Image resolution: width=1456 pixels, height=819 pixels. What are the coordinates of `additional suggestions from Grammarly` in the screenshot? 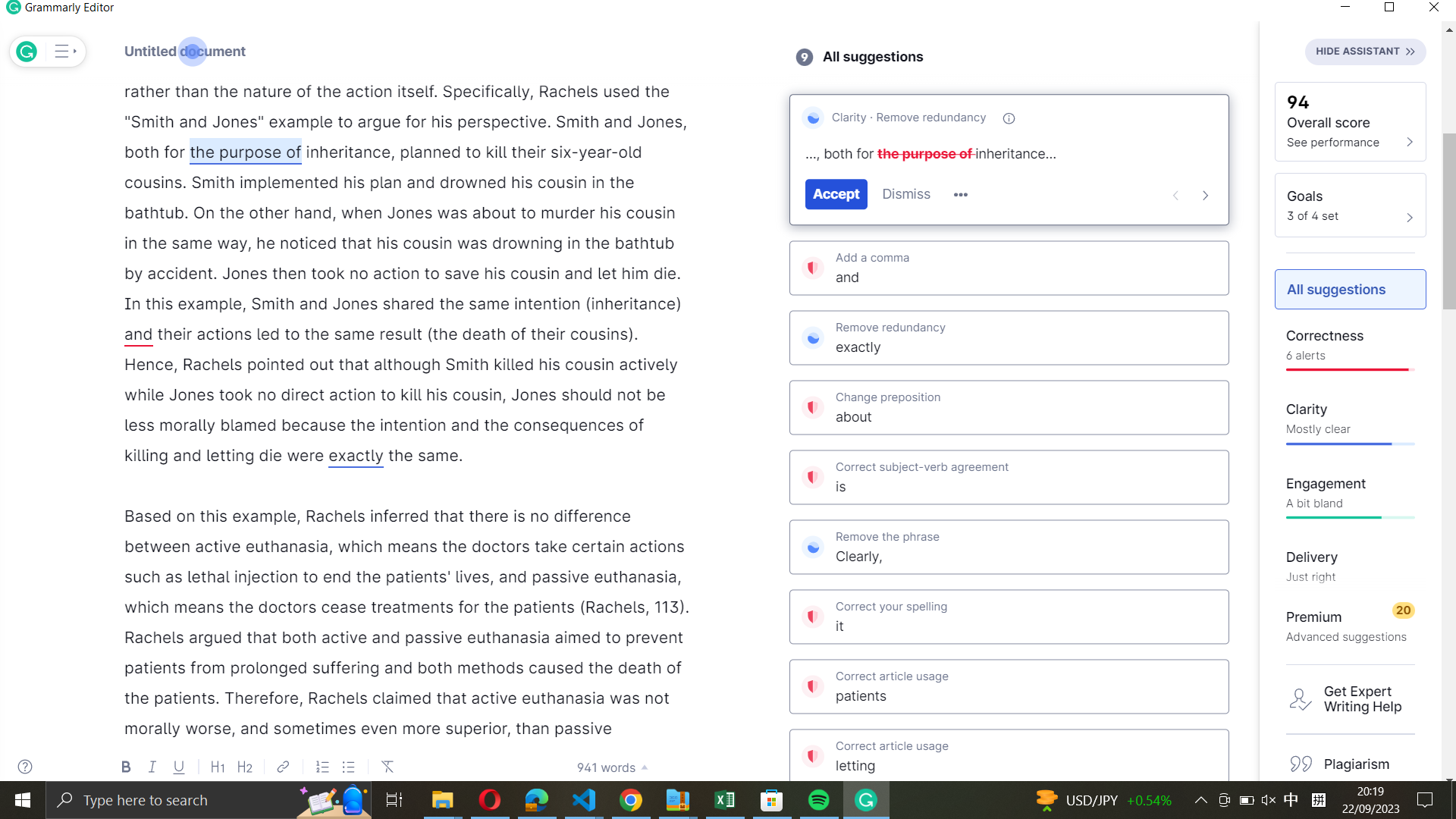 It's located at (960, 195).